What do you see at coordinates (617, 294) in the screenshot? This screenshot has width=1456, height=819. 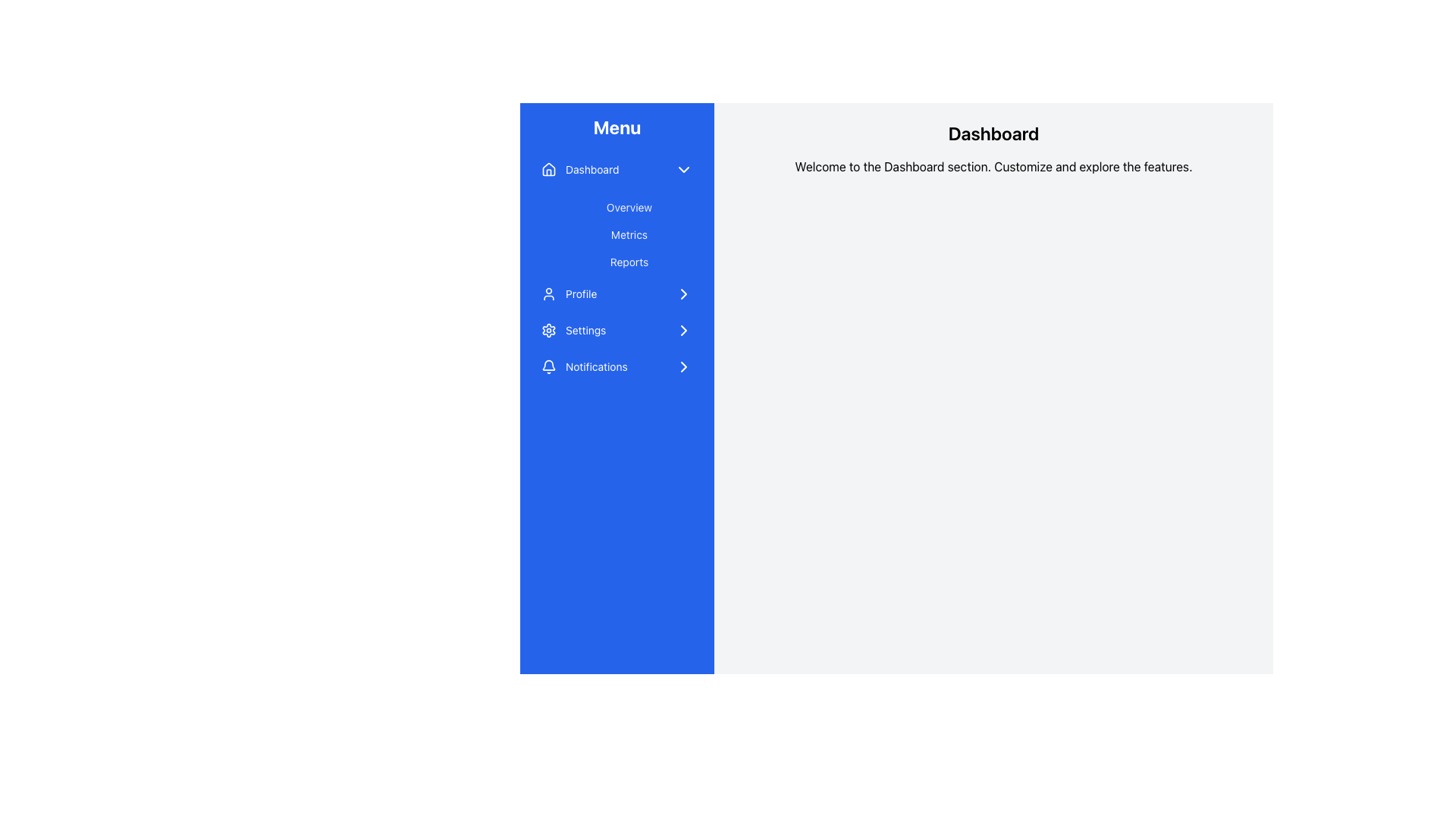 I see `the fifth menu item` at bounding box center [617, 294].